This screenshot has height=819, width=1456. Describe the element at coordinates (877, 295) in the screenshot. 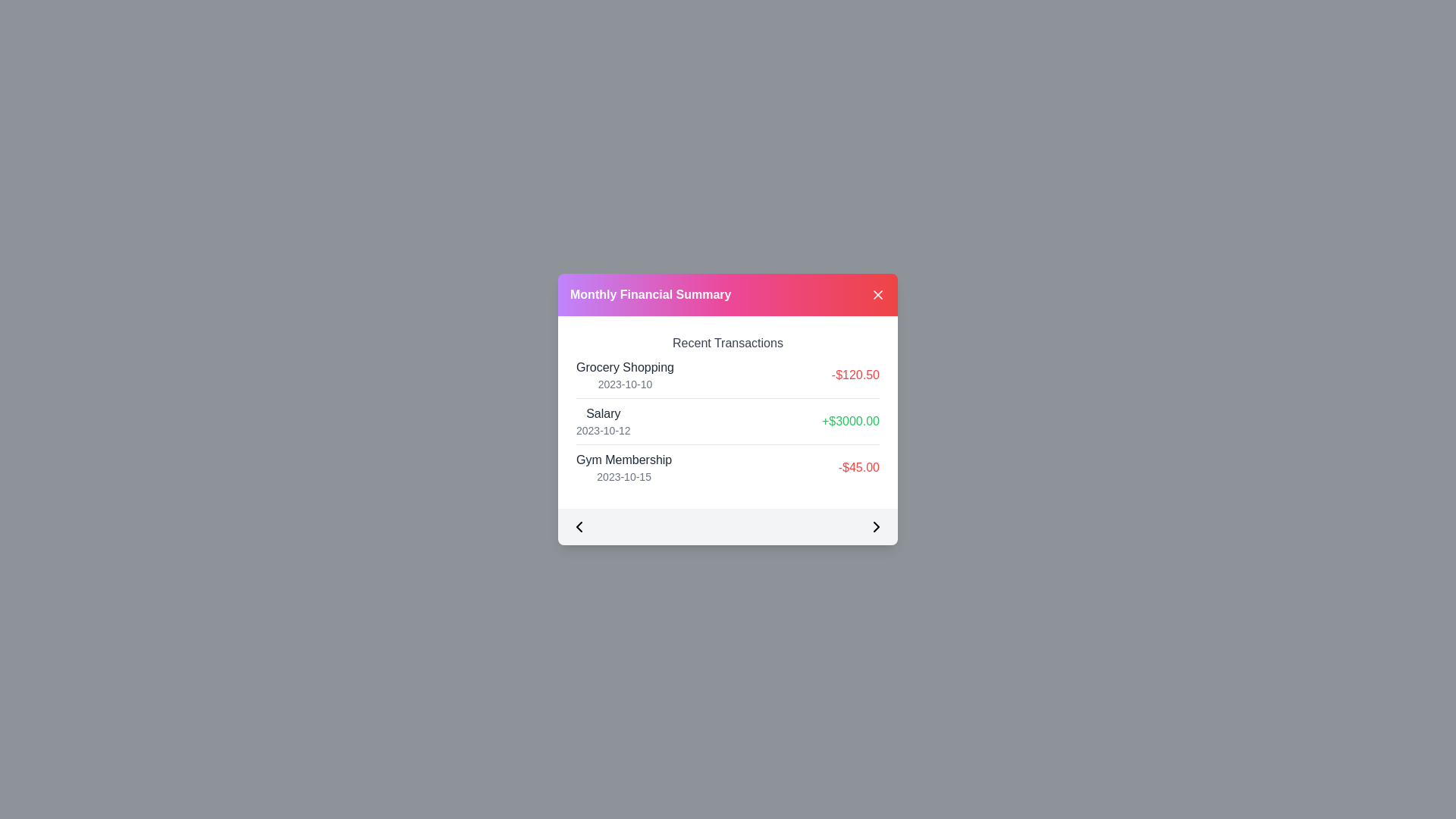

I see `close button in the header to close the dialog` at that location.